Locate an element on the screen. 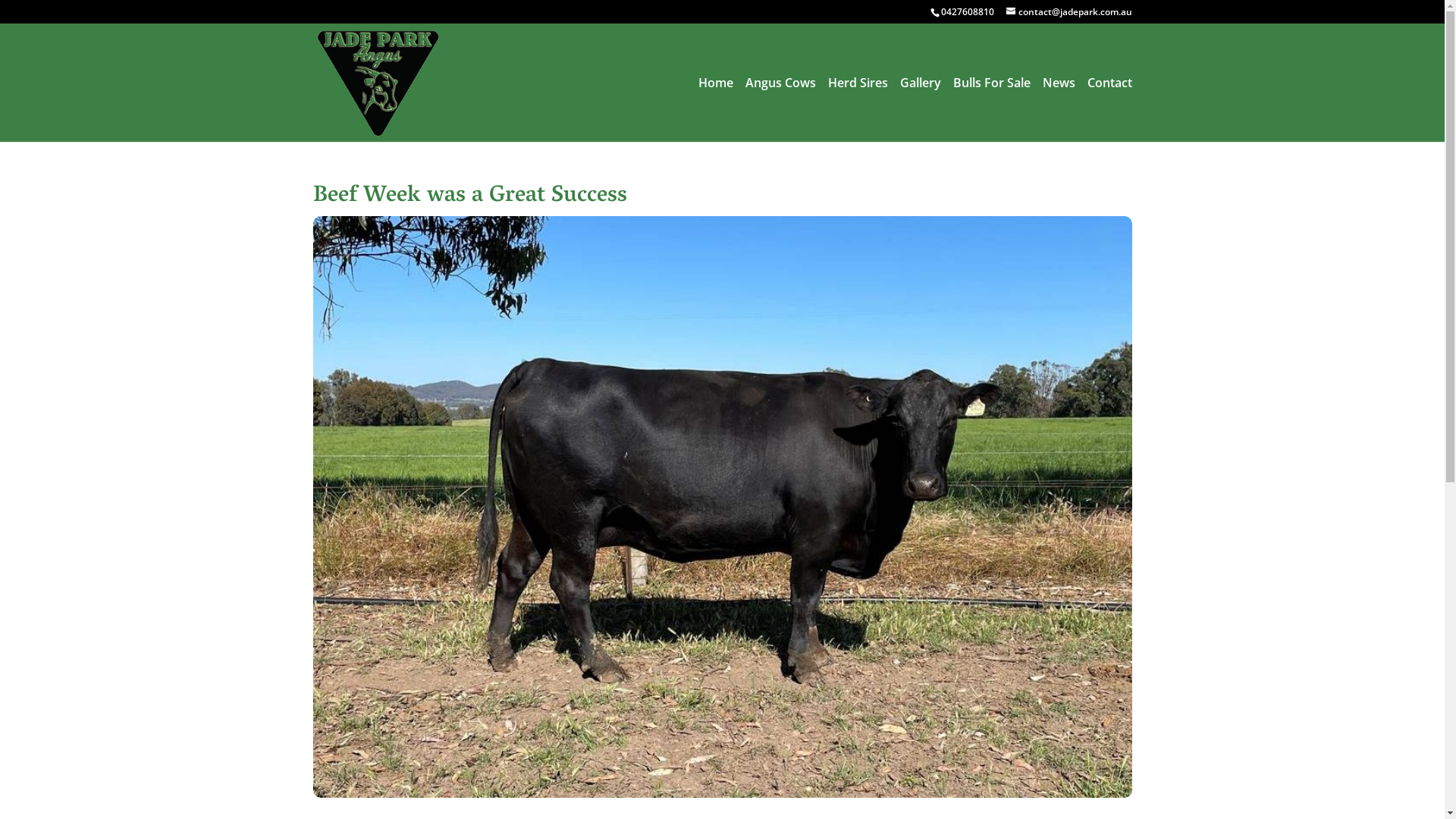  'News' is located at coordinates (1057, 108).